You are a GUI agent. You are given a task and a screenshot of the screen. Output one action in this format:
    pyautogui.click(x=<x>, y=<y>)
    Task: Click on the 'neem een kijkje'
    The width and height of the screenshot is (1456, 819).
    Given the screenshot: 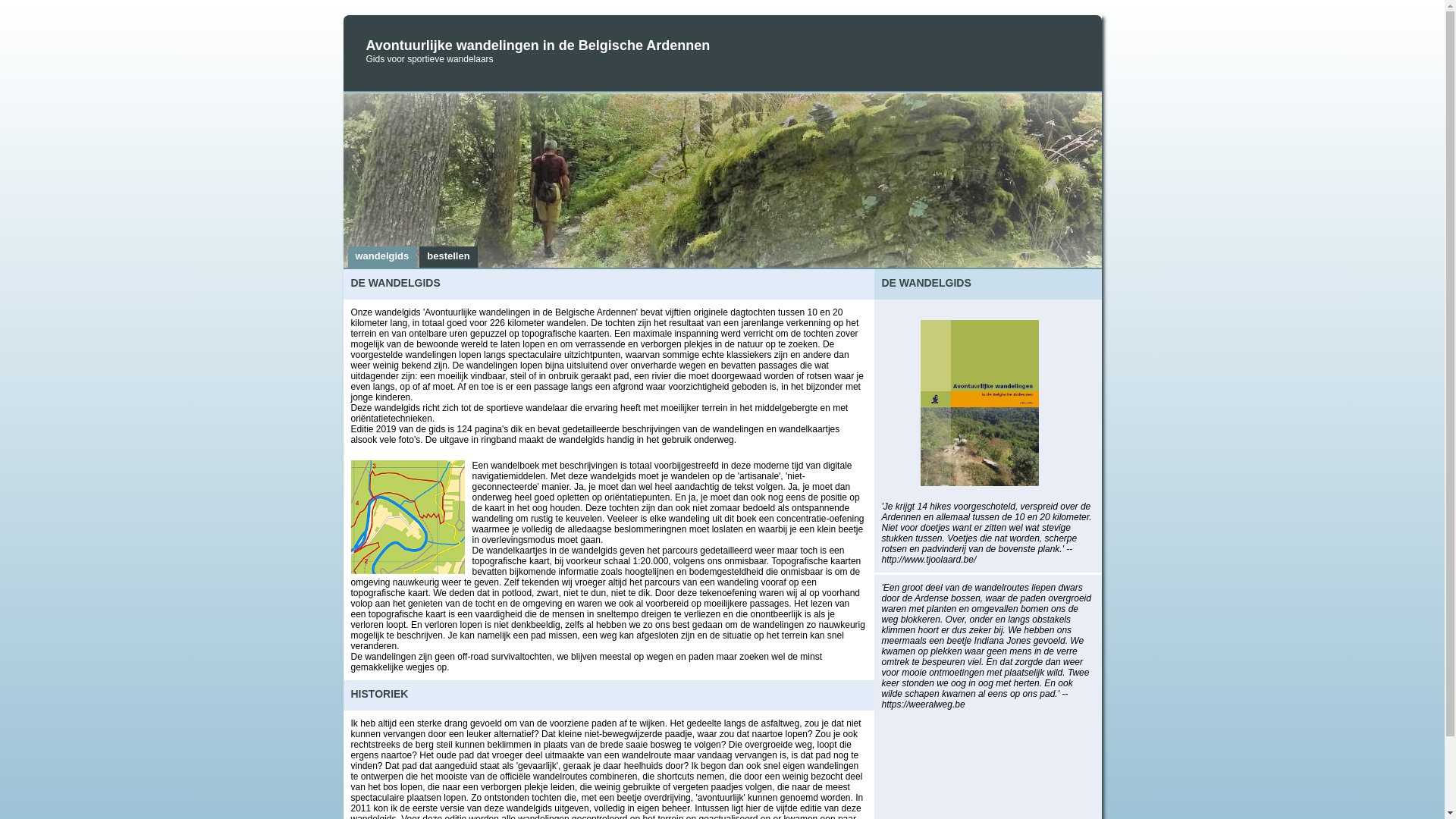 What is the action you would take?
    pyautogui.click(x=959, y=396)
    